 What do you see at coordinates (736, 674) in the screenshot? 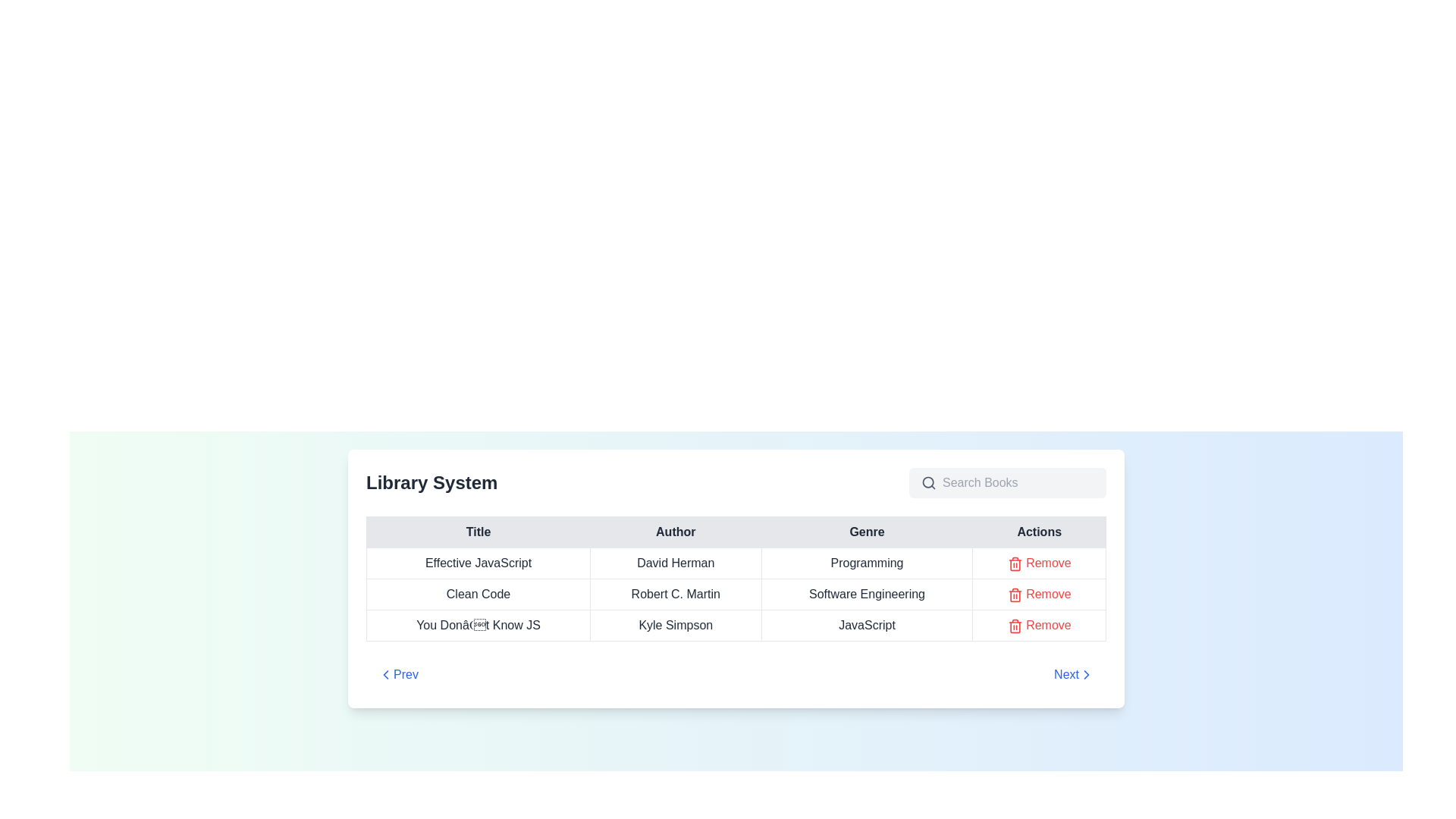
I see `the 'Next' button on the Navigation bar at the bottom of the library system interface` at bounding box center [736, 674].